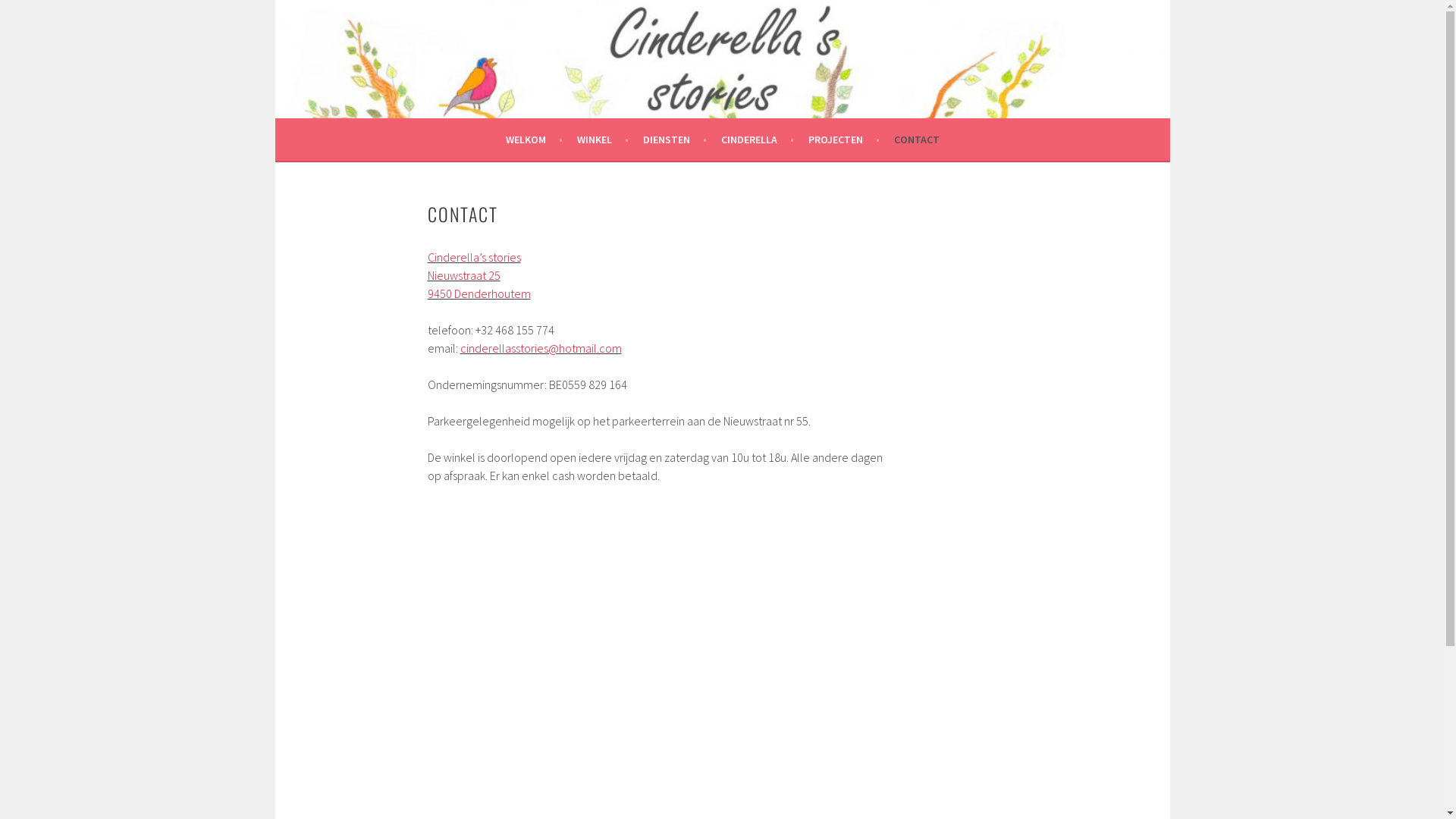 Image resolution: width=1456 pixels, height=819 pixels. I want to click on 'DIENSTEN', so click(643, 140).